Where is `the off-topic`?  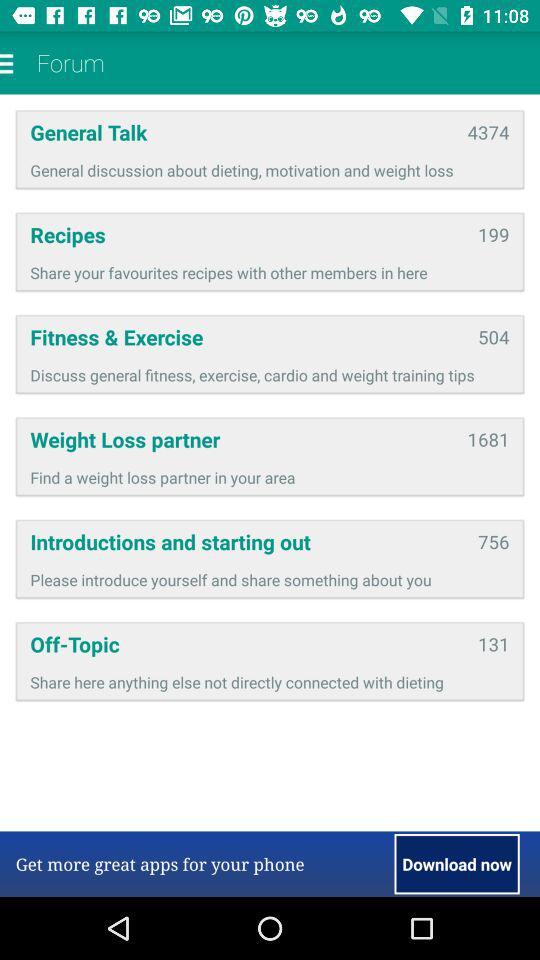 the off-topic is located at coordinates (247, 643).